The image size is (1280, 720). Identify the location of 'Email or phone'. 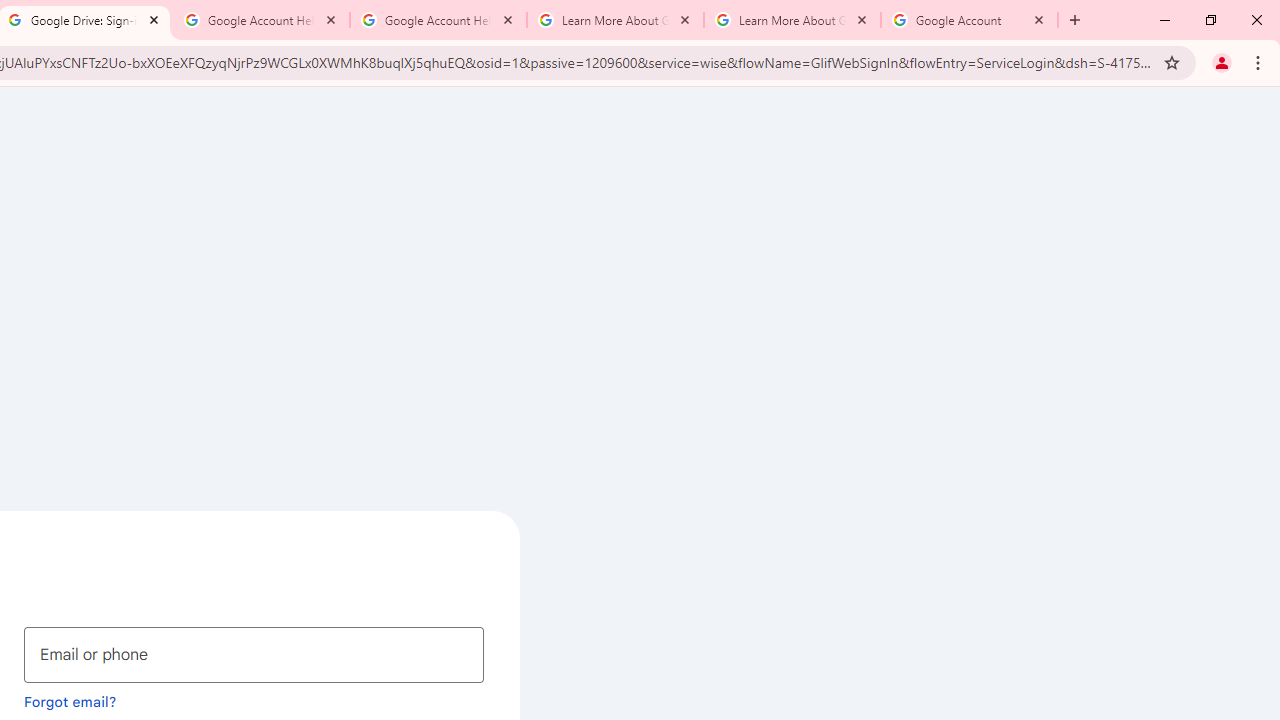
(253, 654).